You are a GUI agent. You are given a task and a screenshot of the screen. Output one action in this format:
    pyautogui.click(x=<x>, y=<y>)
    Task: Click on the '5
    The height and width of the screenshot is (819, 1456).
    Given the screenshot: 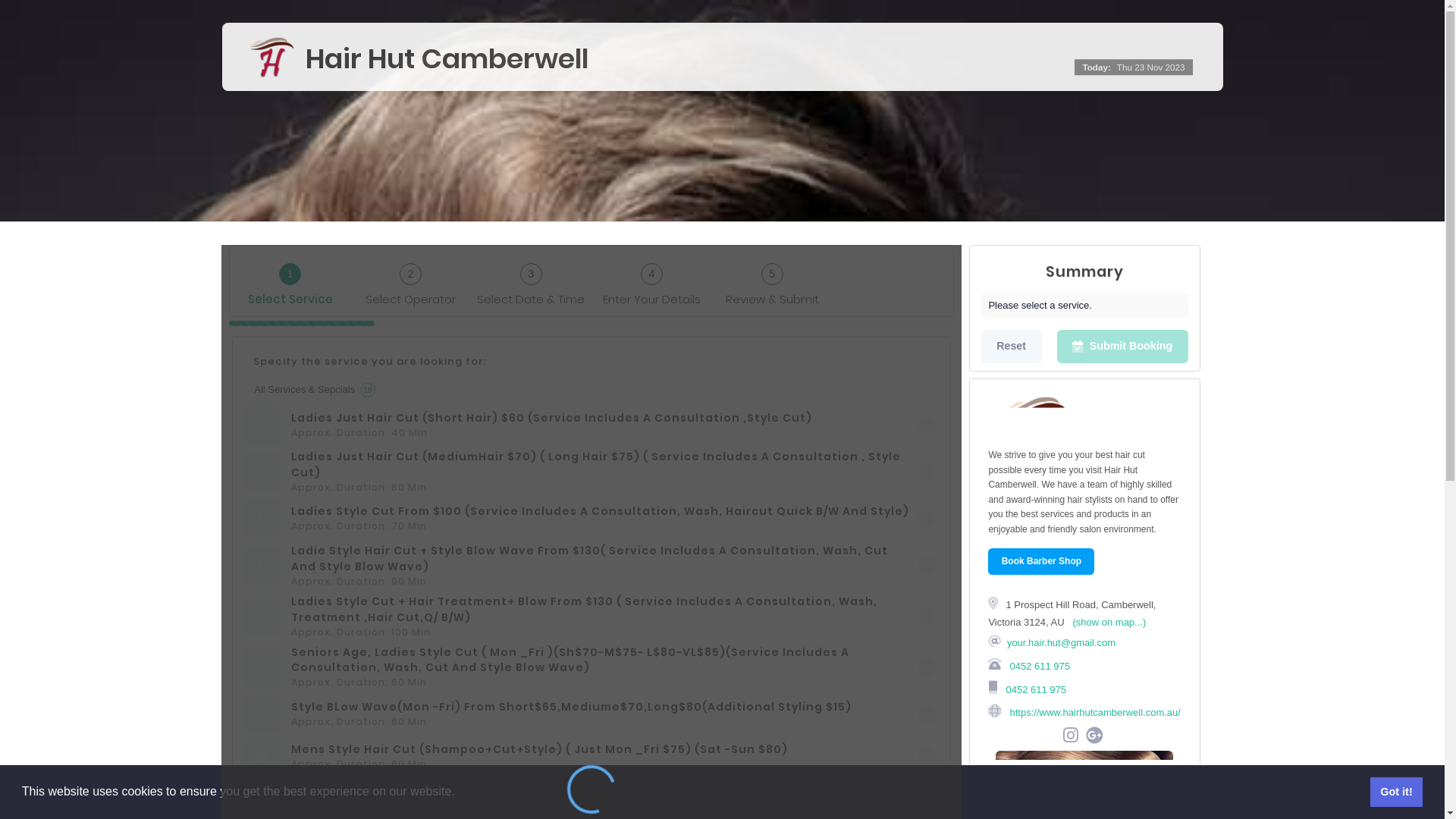 What is the action you would take?
    pyautogui.click(x=772, y=281)
    